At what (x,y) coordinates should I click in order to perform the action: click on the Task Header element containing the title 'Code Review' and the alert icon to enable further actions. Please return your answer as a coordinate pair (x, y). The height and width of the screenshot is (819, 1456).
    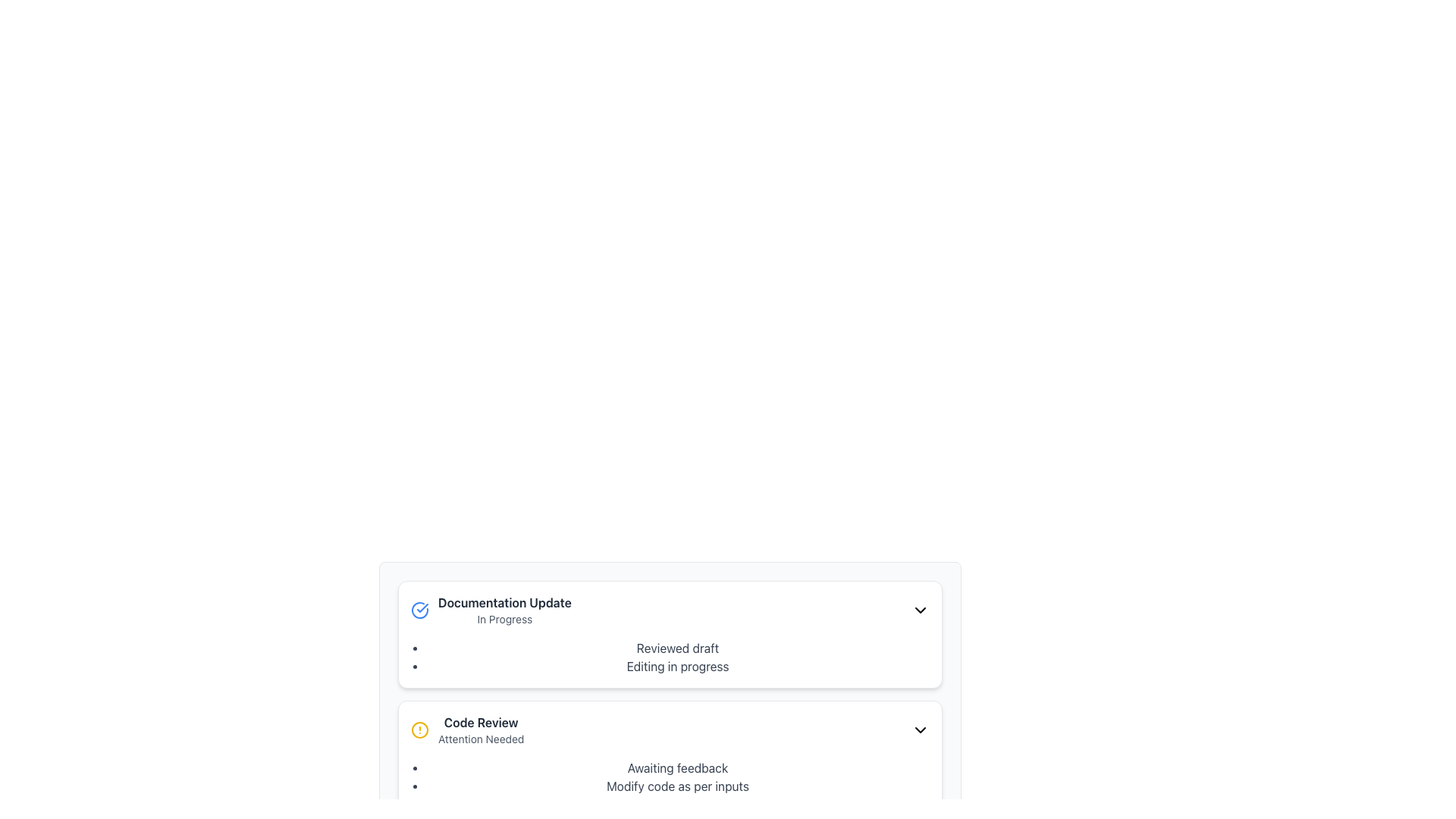
    Looking at the image, I should click on (669, 730).